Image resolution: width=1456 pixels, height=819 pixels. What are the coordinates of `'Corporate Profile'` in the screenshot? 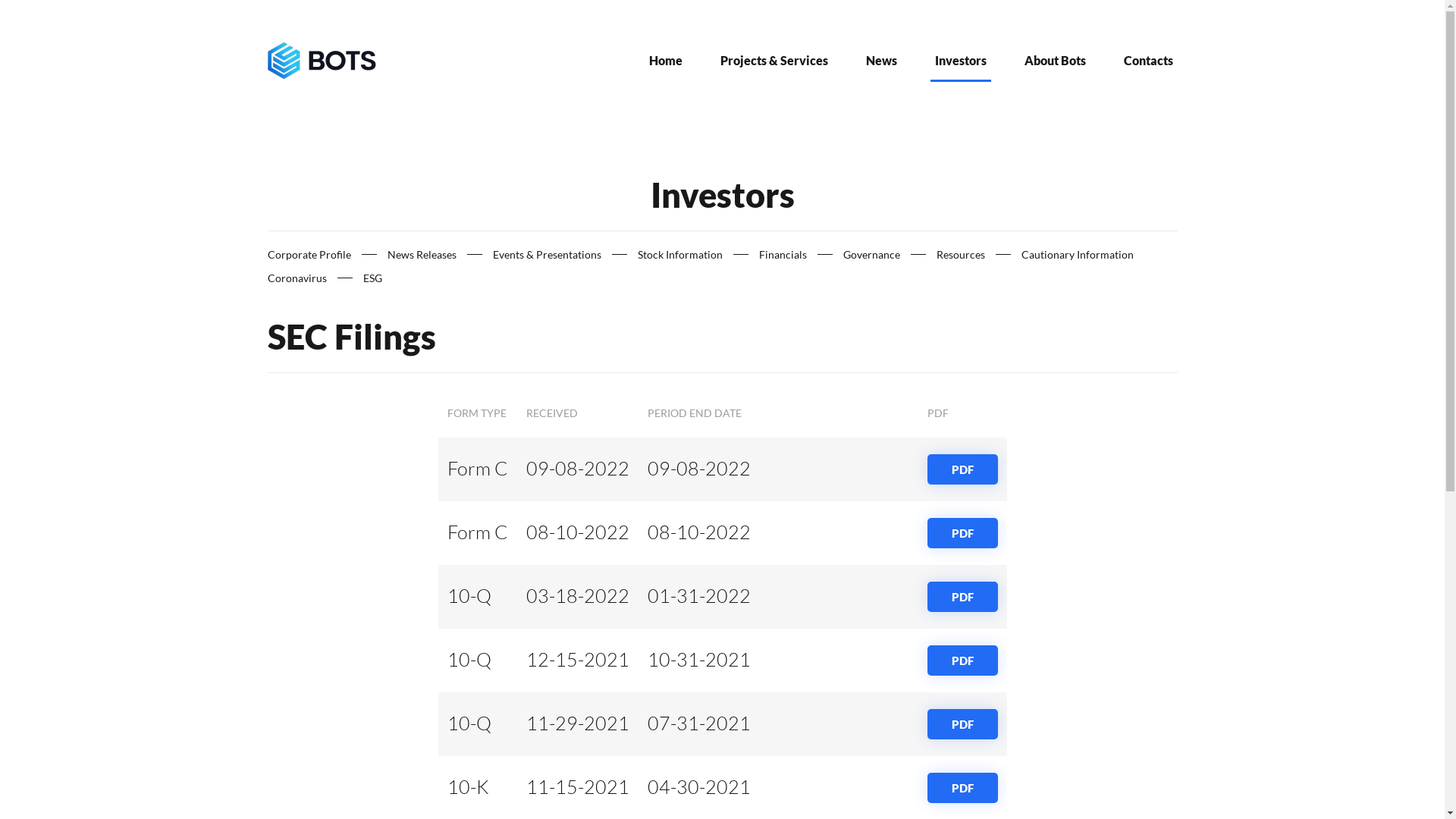 It's located at (308, 253).